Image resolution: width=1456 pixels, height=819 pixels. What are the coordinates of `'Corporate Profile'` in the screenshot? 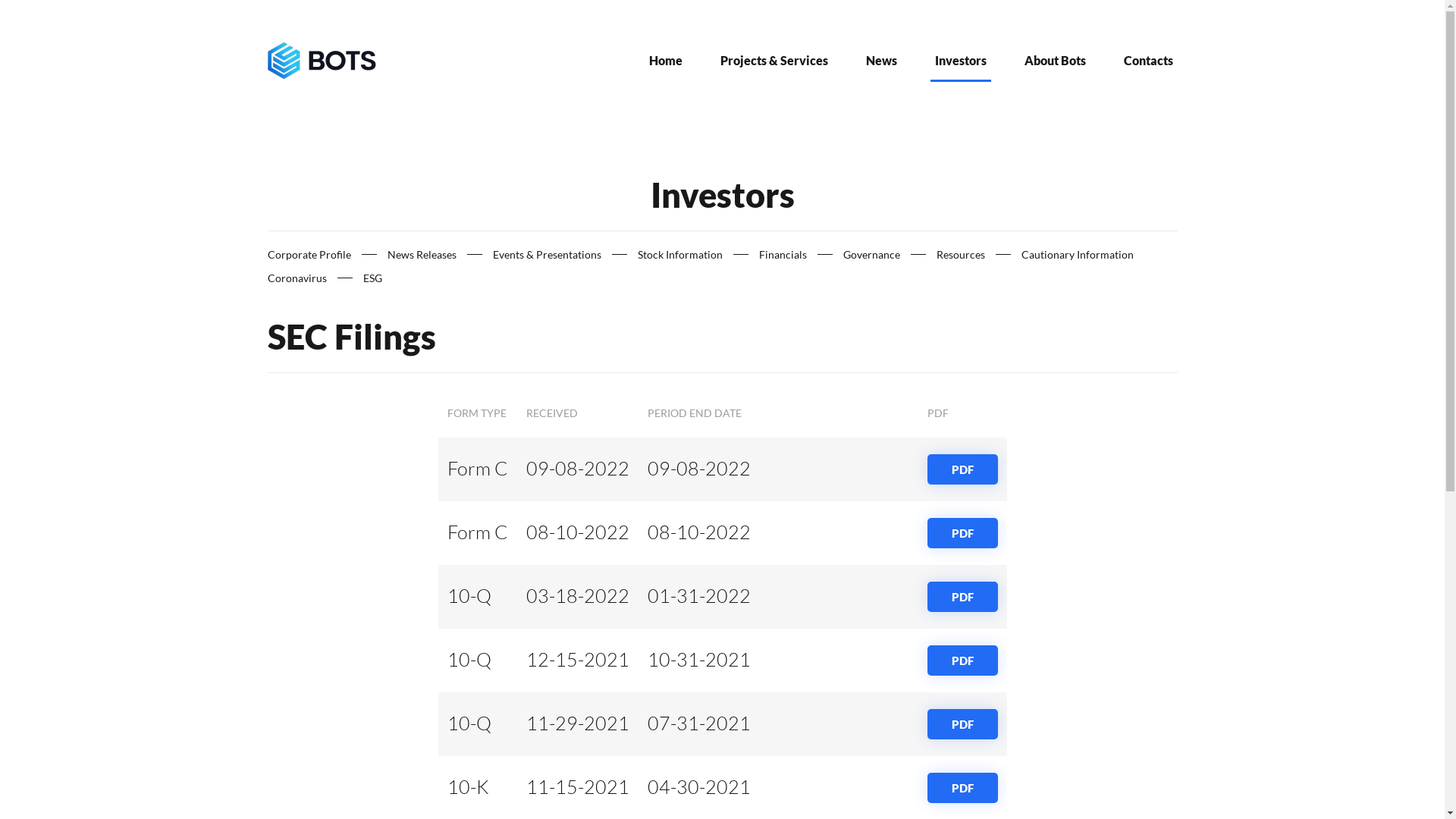 It's located at (308, 253).